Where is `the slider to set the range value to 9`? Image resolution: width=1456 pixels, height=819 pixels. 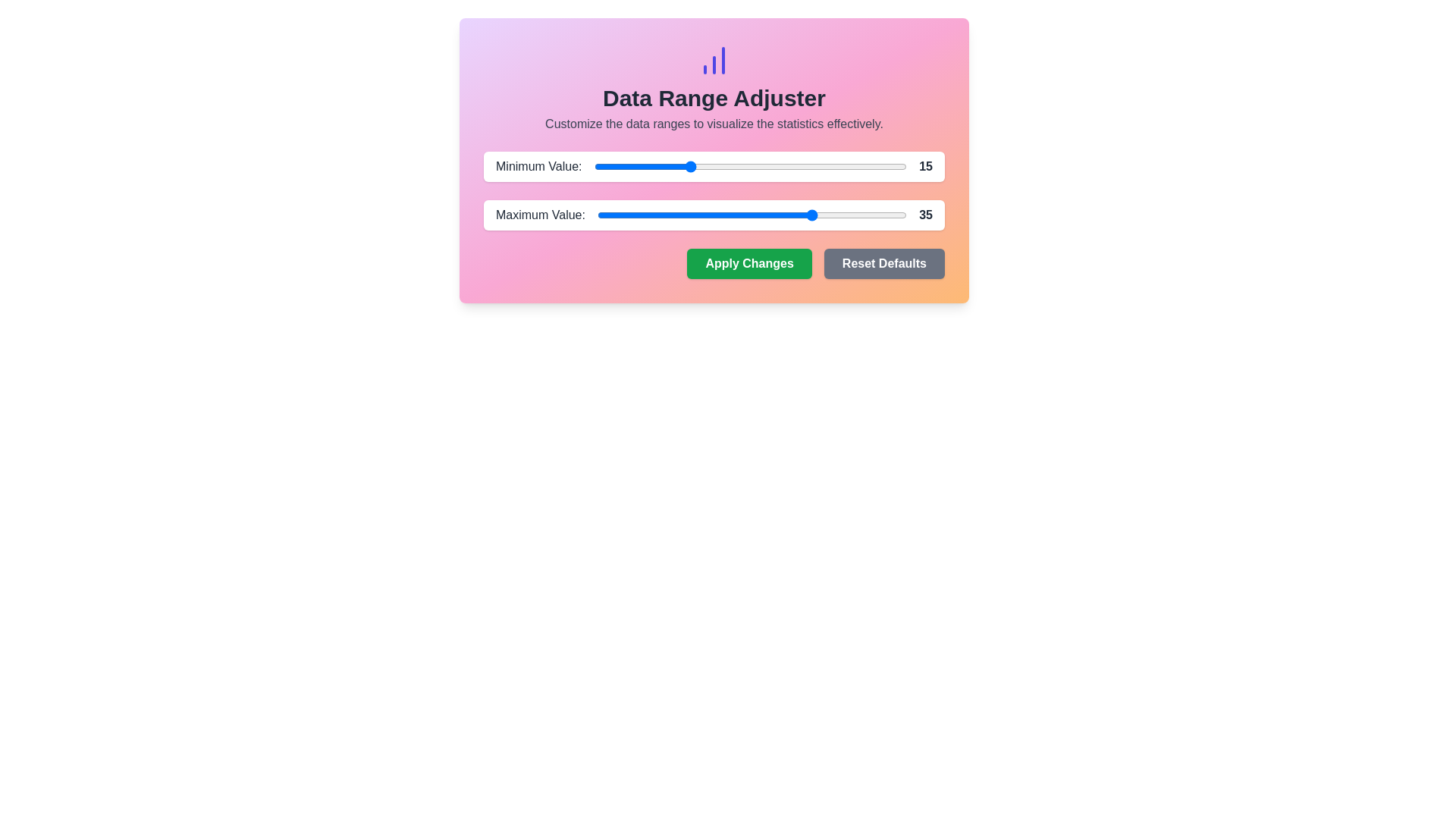
the slider to set the range value to 9 is located at coordinates (650, 166).